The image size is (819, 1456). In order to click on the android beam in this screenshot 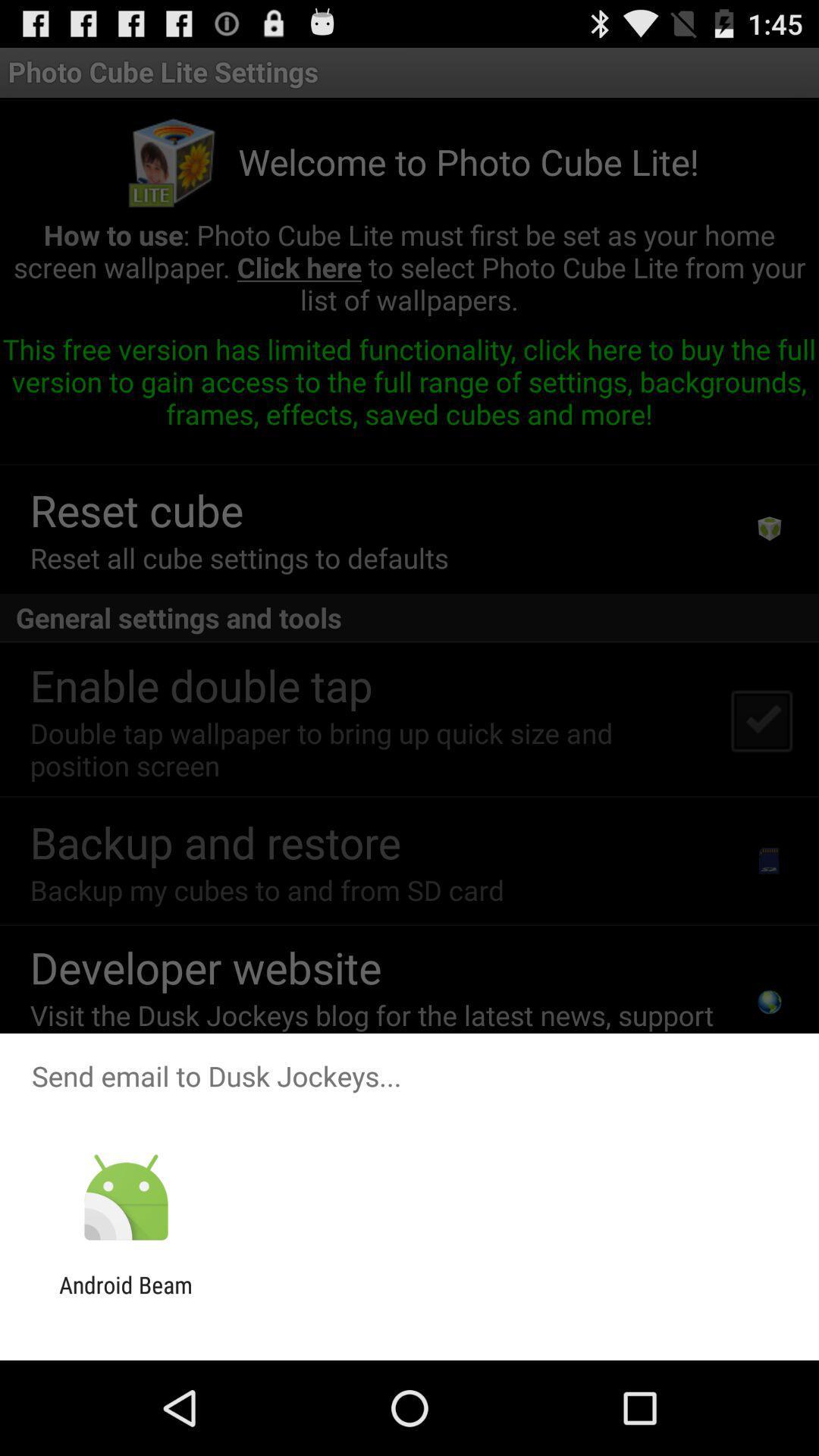, I will do `click(125, 1298)`.